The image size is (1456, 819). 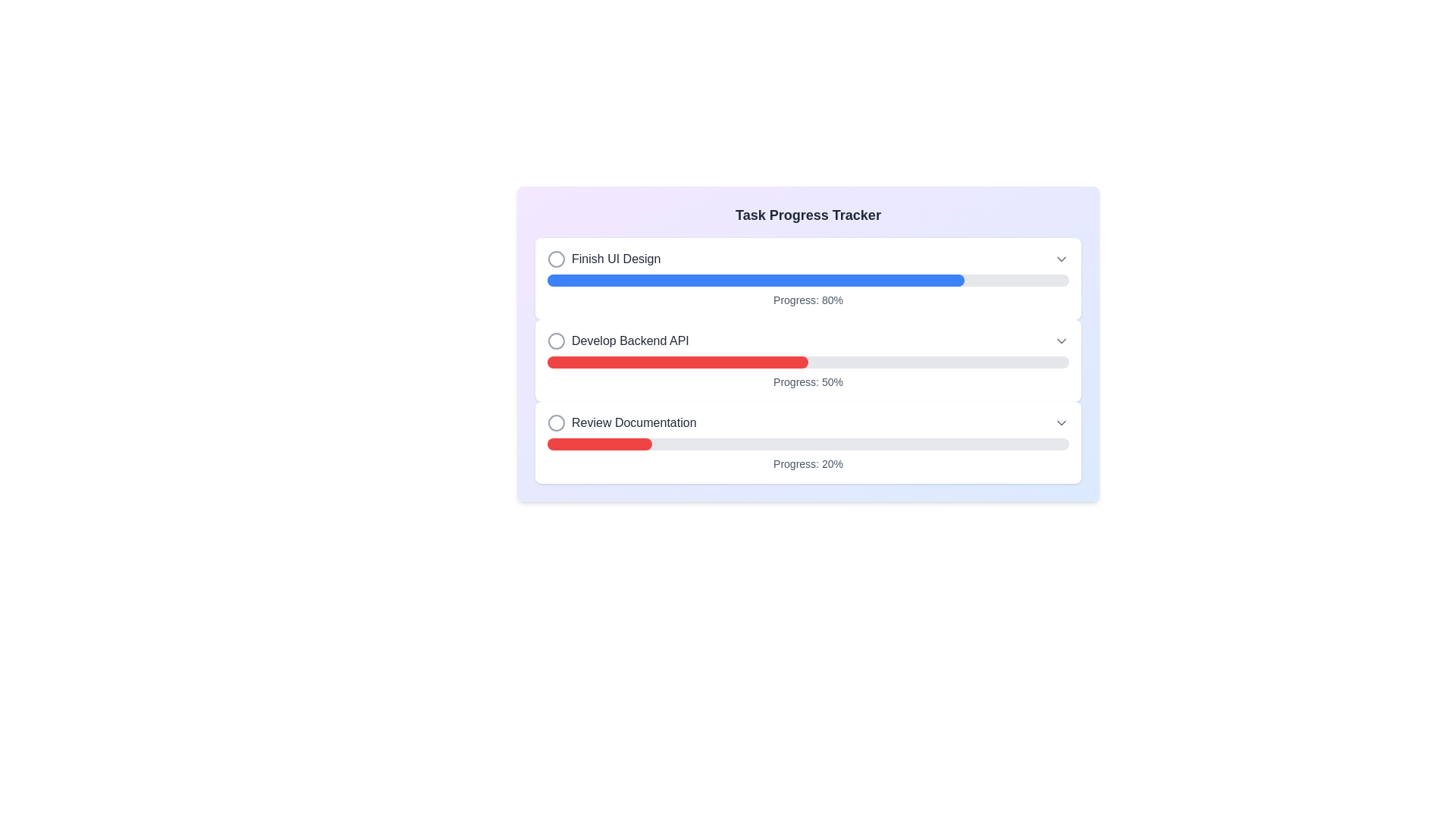 I want to click on the progress bar that visually represents the completion percentage of the 'Develop Backend API' task, positioned underneath its task label, so click(x=807, y=362).